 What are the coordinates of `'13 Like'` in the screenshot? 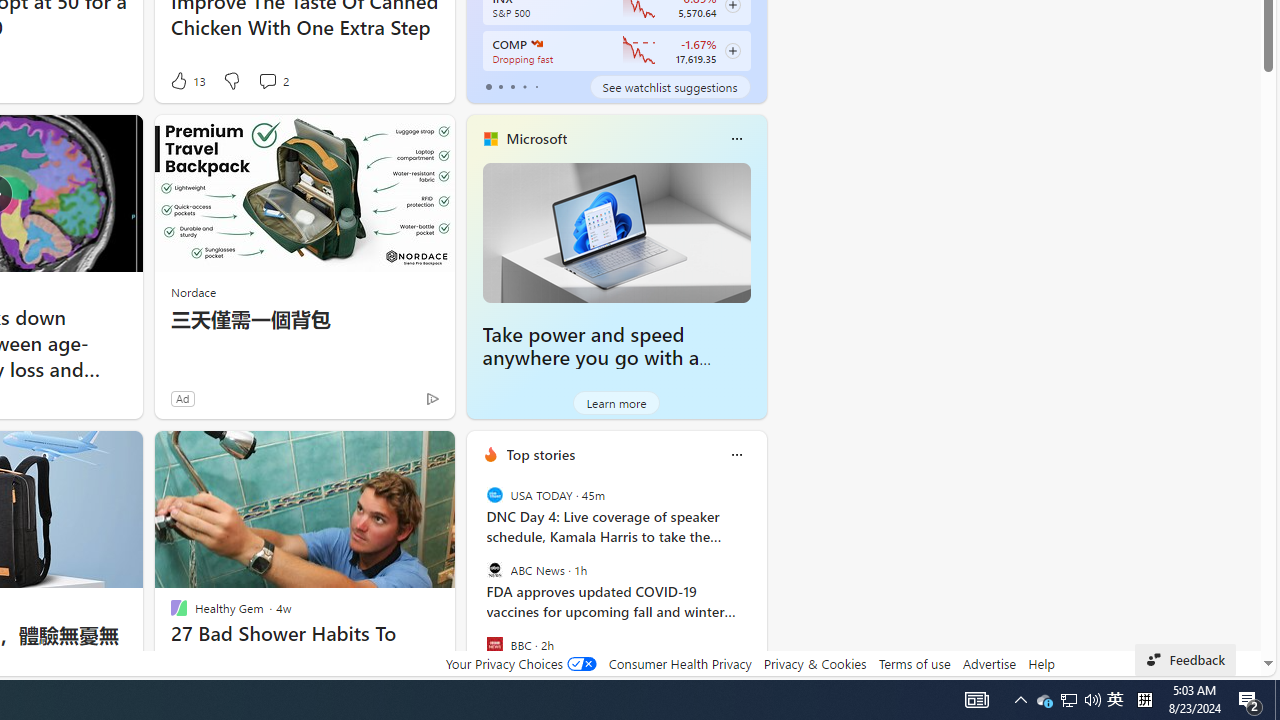 It's located at (186, 80).